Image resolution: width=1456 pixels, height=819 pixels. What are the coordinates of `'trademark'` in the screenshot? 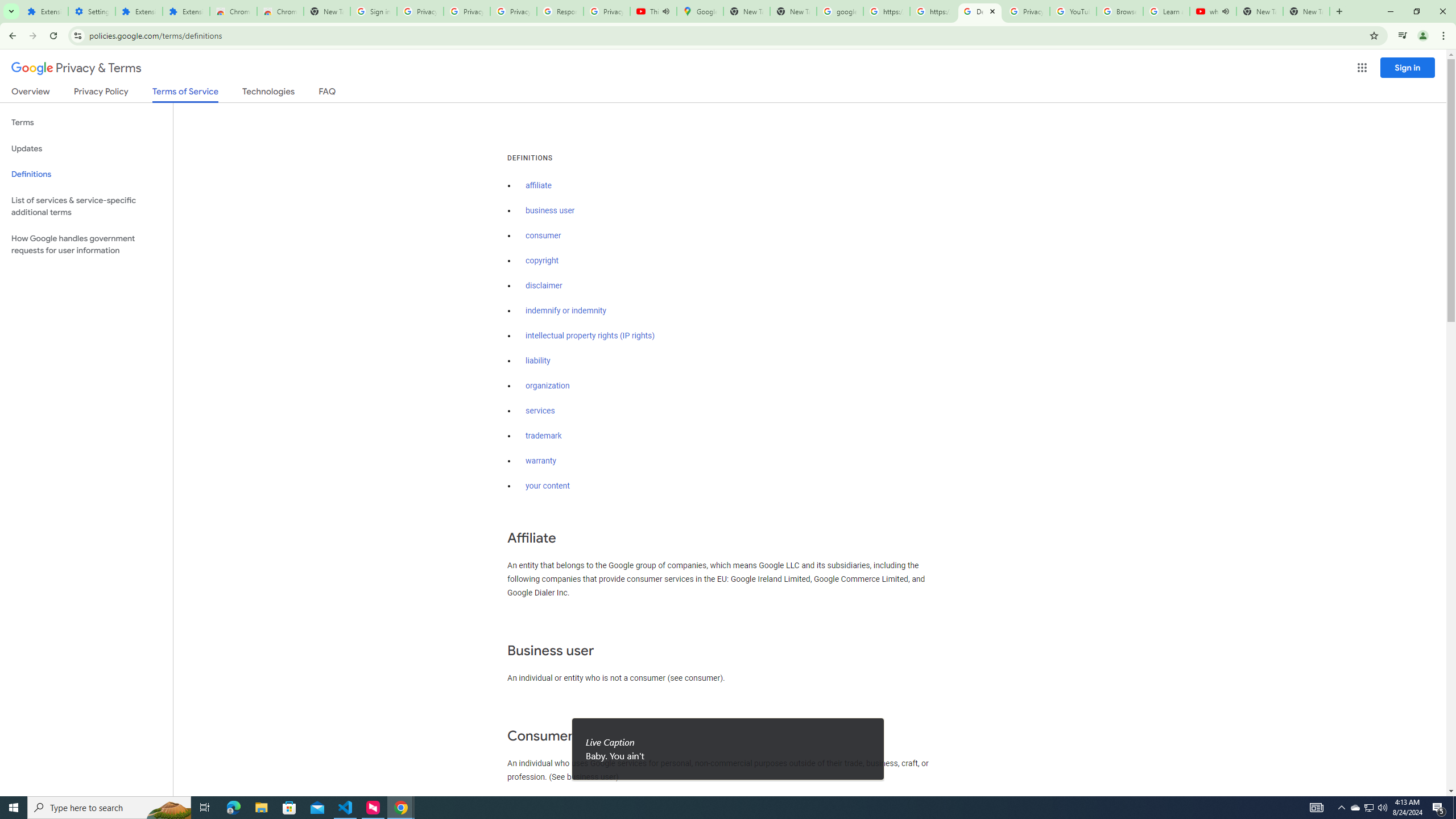 It's located at (543, 435).